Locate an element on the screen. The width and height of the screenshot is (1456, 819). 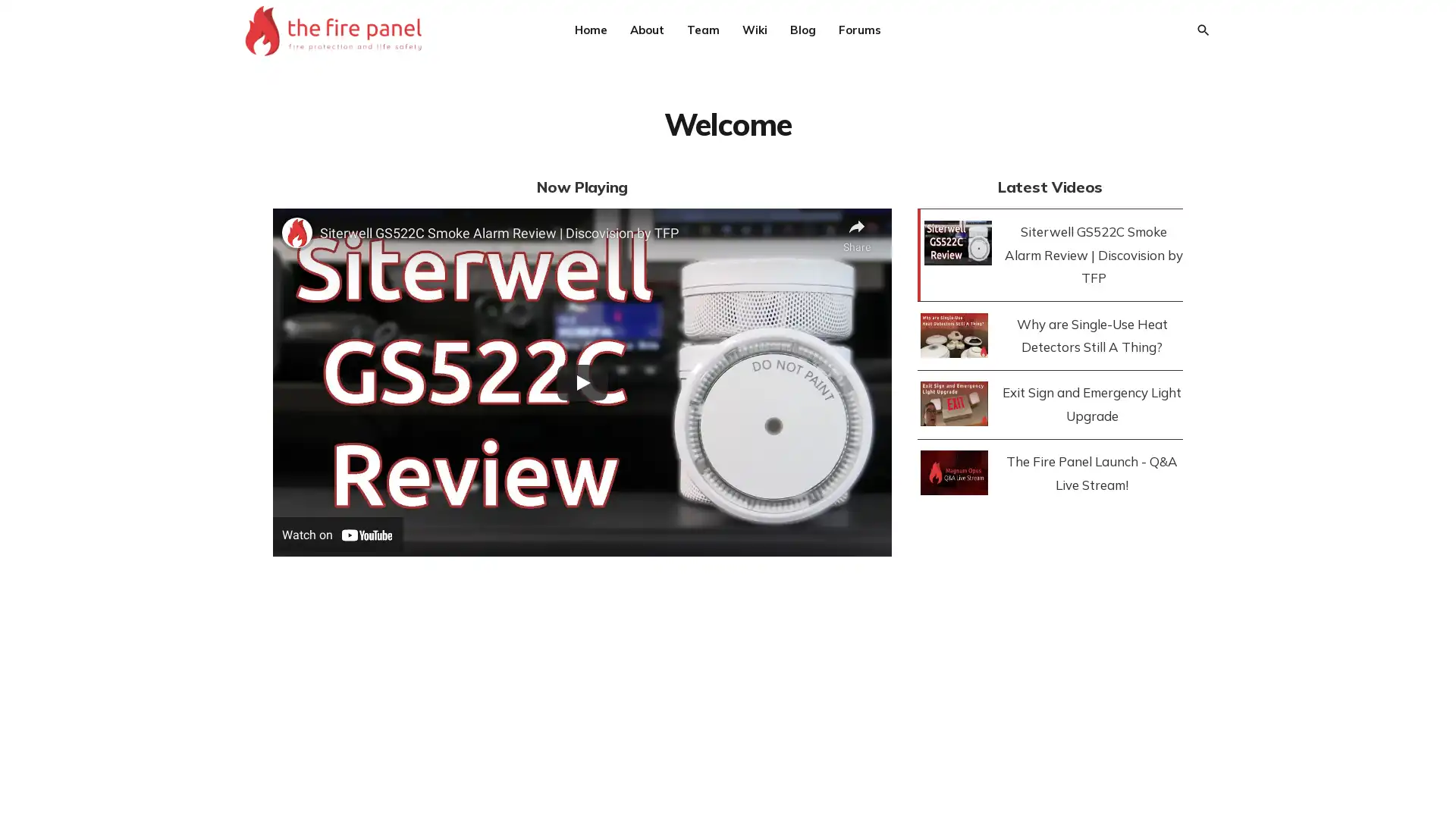
Search is located at coordinates (1201, 30).